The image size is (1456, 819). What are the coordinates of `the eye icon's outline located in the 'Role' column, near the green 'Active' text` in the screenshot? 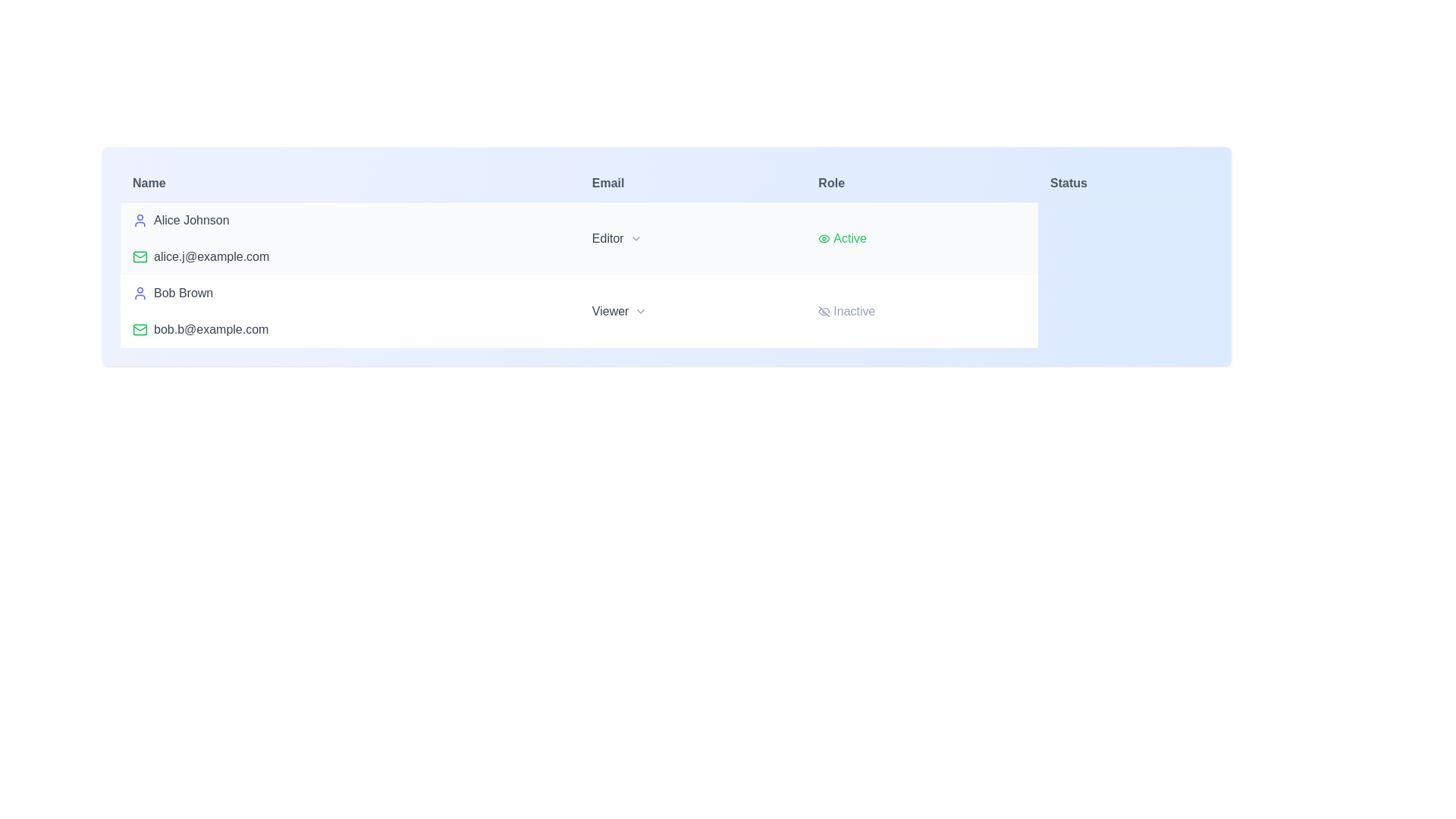 It's located at (824, 239).